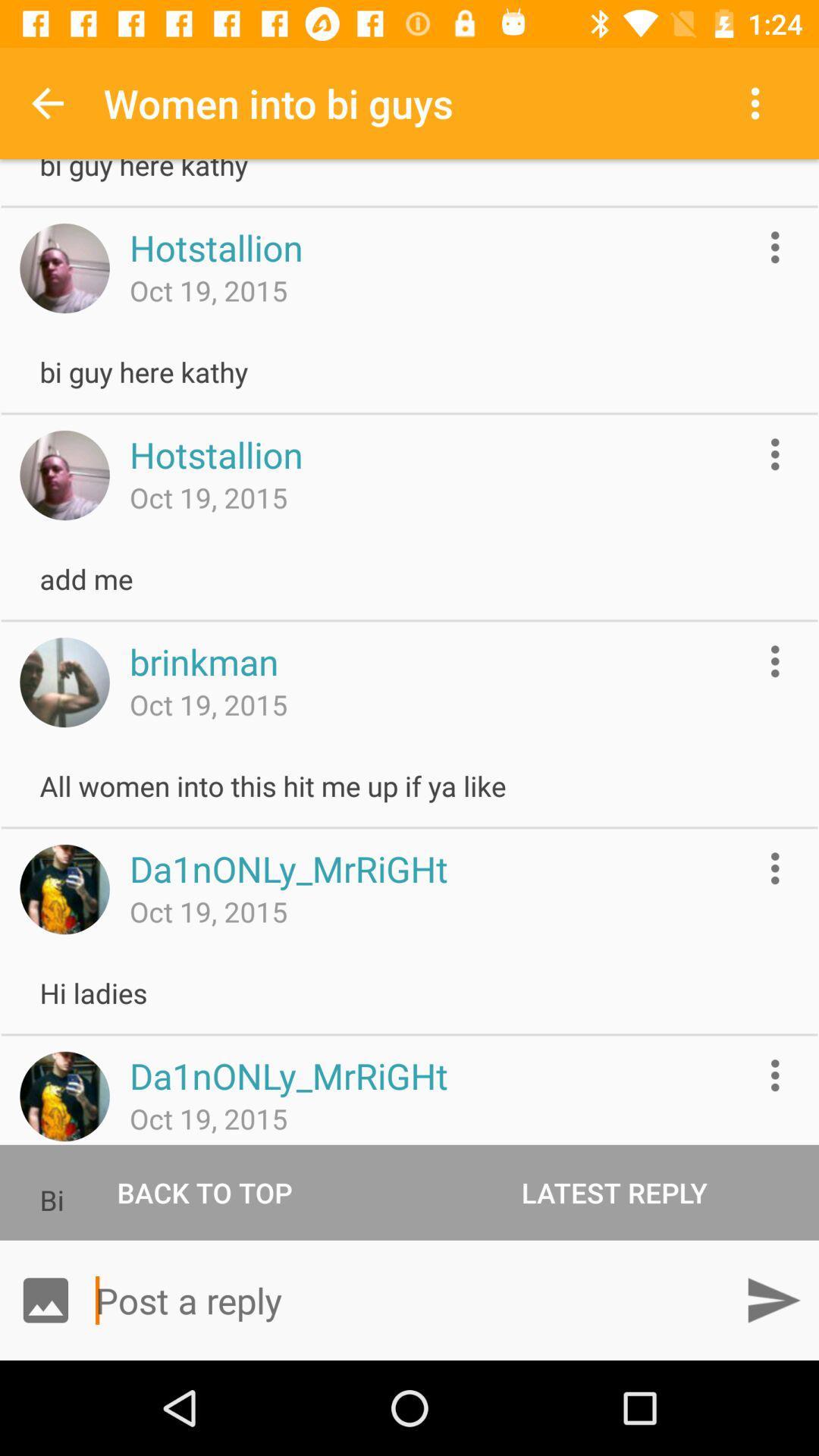  Describe the element at coordinates (64, 682) in the screenshot. I see `see image` at that location.